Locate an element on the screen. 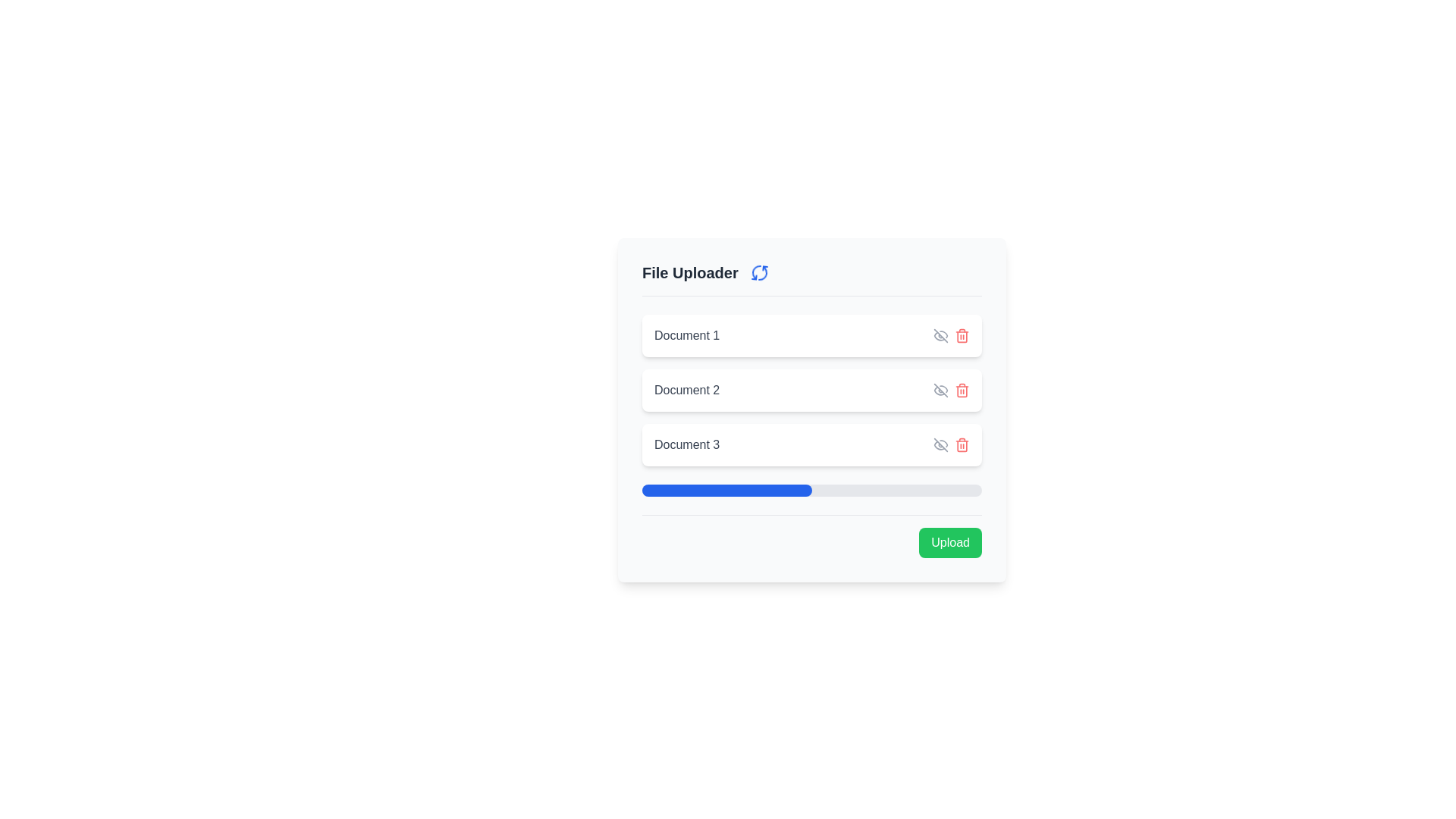  the eye icon button used to toggle the visibility of 'Document 1' to change its icon color is located at coordinates (940, 444).